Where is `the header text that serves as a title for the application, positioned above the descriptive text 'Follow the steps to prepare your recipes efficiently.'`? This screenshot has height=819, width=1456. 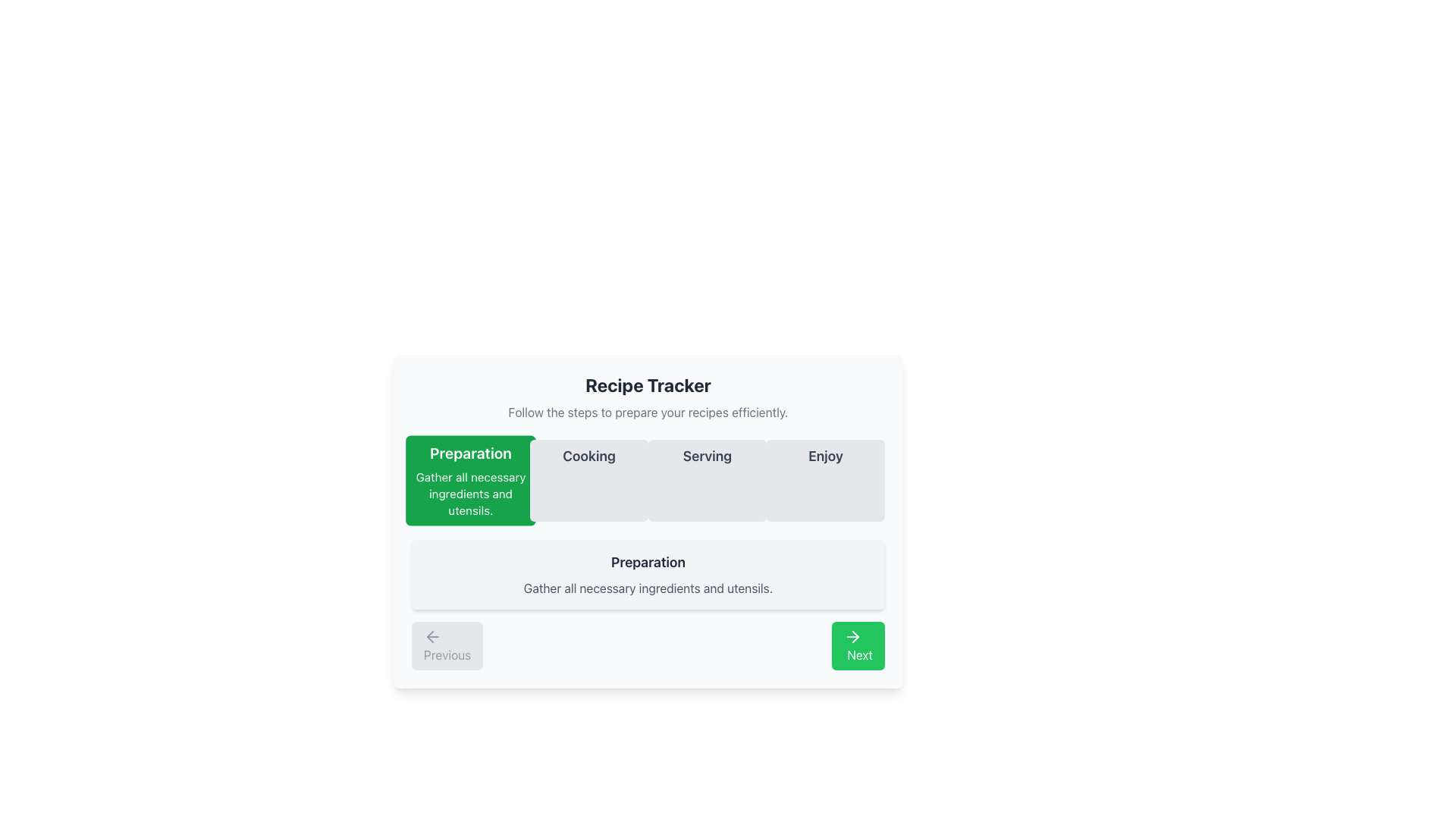
the header text that serves as a title for the application, positioned above the descriptive text 'Follow the steps to prepare your recipes efficiently.' is located at coordinates (648, 384).